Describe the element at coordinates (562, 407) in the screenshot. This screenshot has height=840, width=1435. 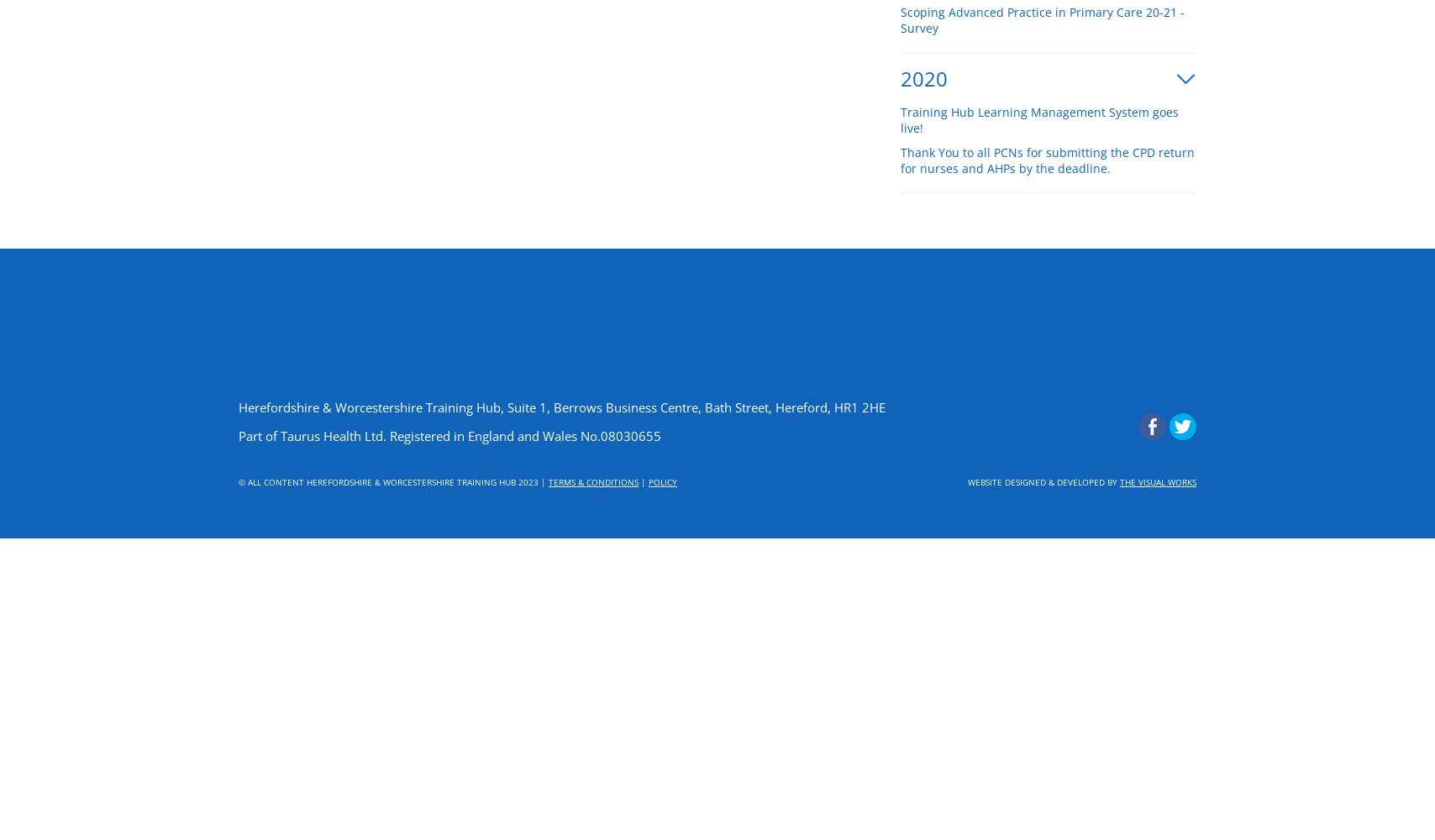
I see `'Herefordshire & Worcestershire Training Hub, Suite 1, Berrows Business Centre, Bath Street, Hereford, HR1 2HE'` at that location.